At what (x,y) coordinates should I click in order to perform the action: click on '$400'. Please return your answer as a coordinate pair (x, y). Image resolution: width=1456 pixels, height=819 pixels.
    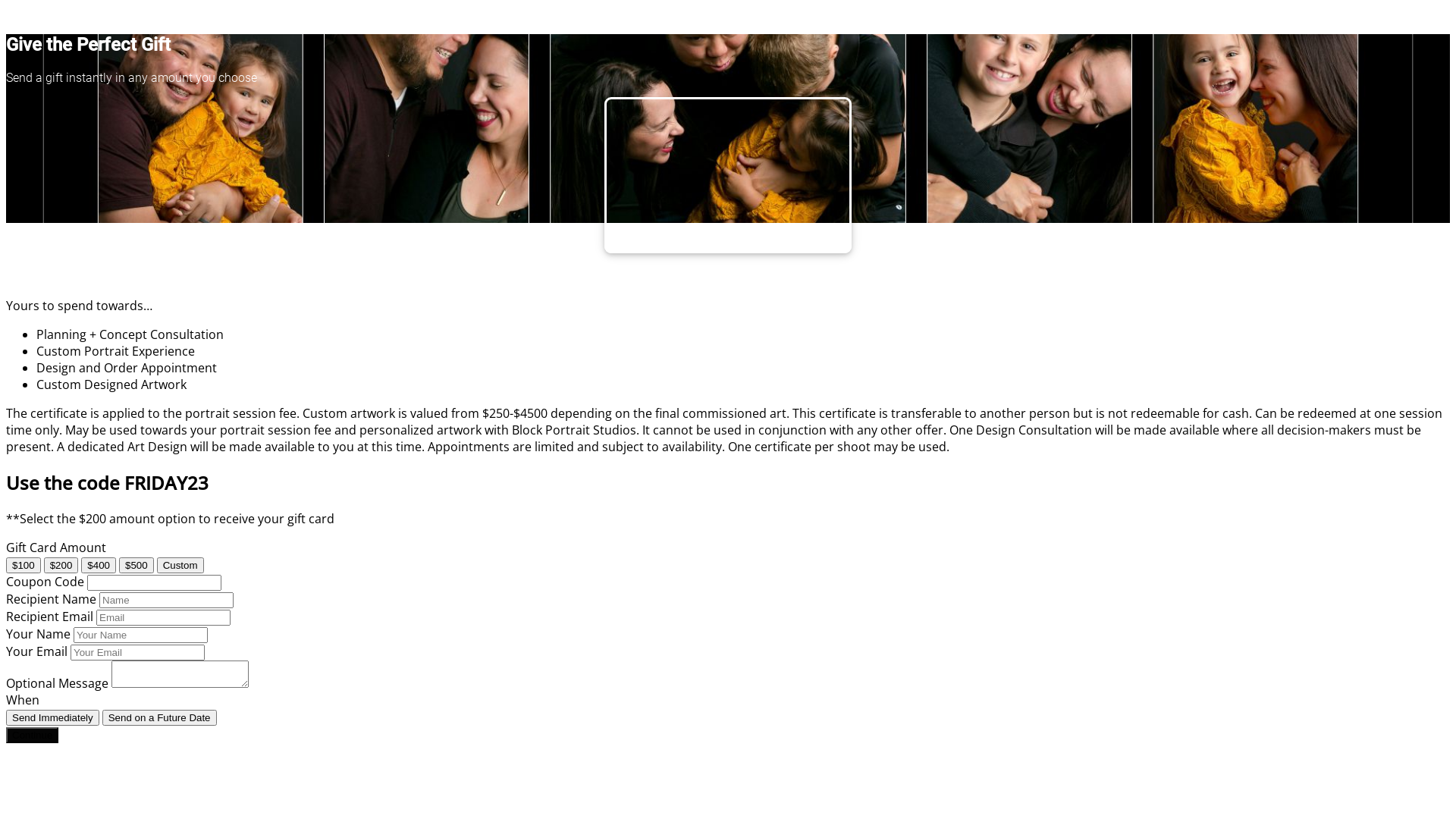
    Looking at the image, I should click on (80, 565).